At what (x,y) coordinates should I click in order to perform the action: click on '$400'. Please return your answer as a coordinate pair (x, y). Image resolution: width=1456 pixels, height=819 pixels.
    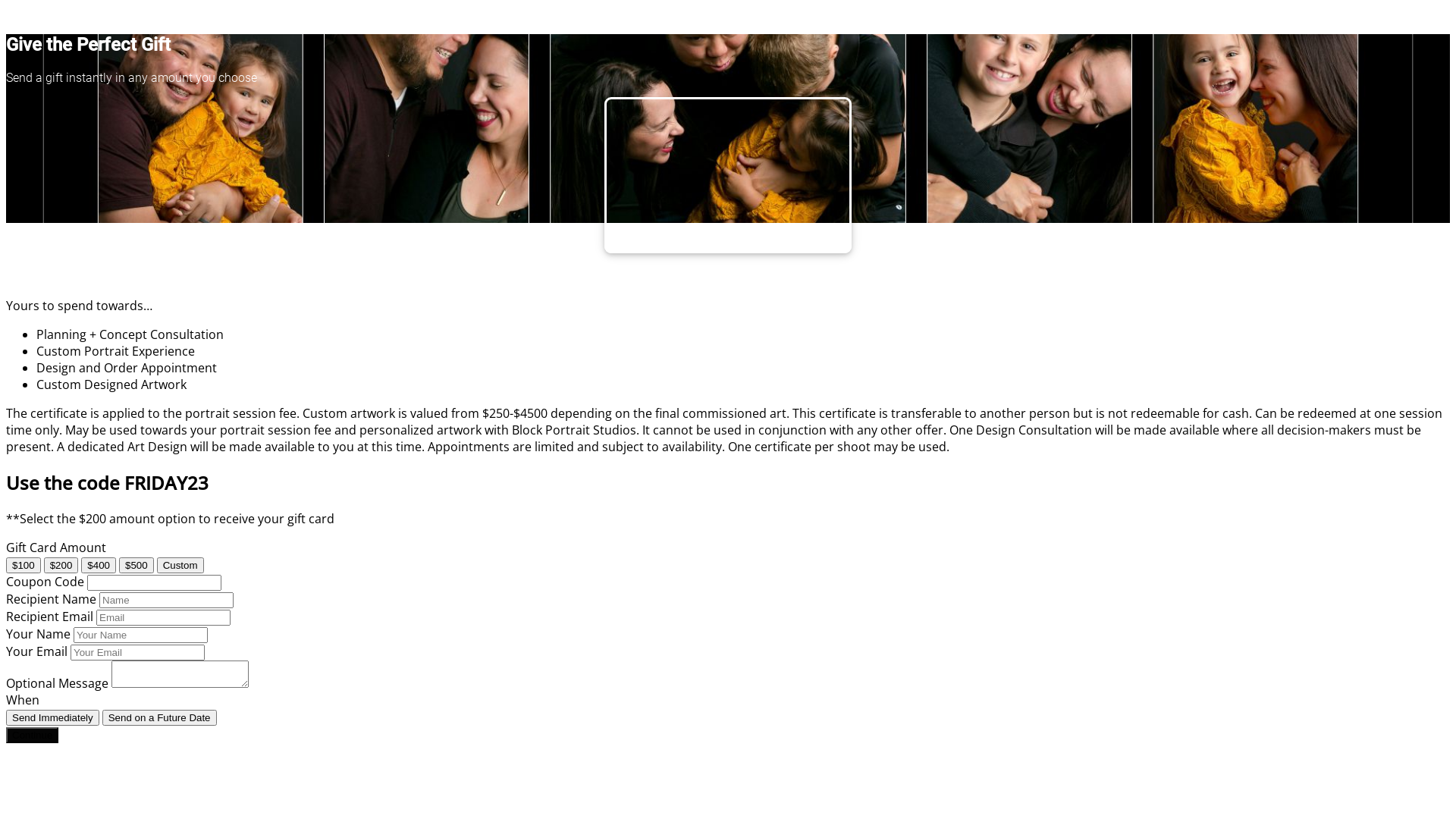
    Looking at the image, I should click on (80, 565).